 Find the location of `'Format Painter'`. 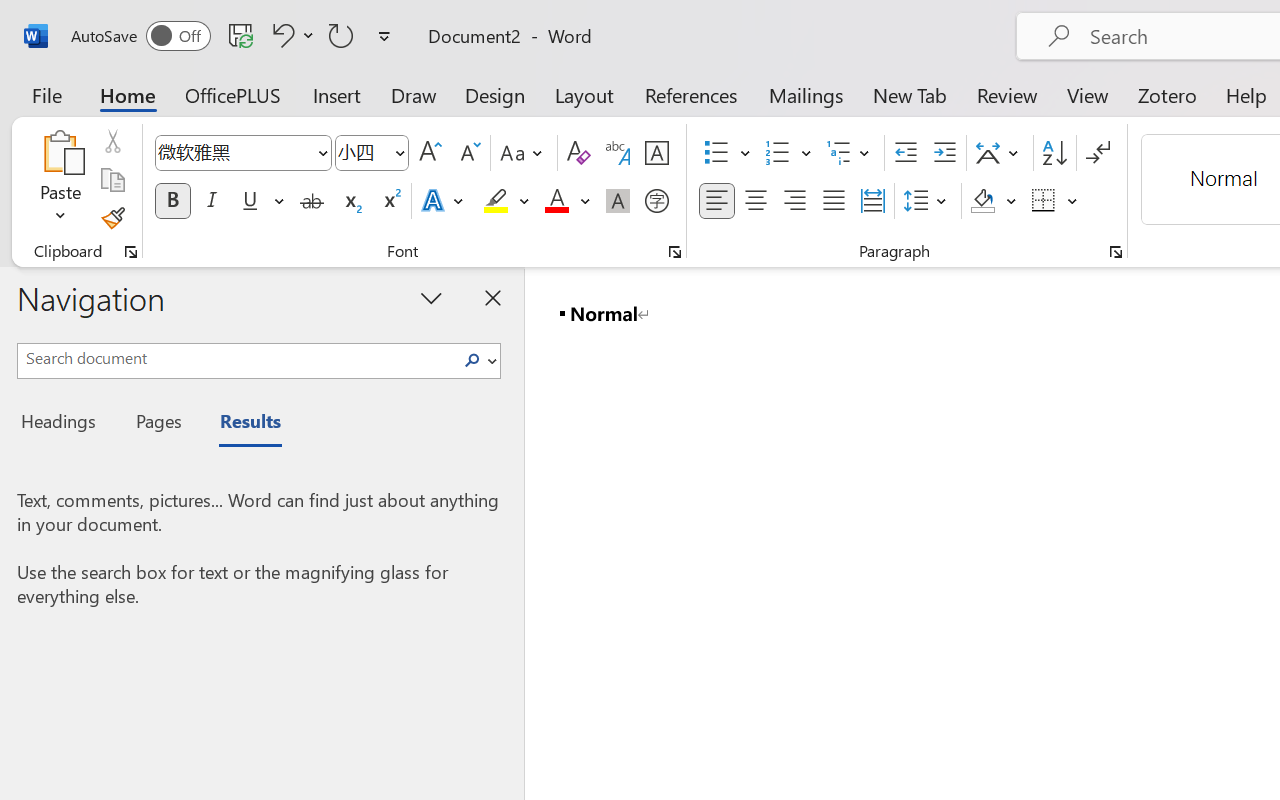

'Format Painter' is located at coordinates (111, 218).